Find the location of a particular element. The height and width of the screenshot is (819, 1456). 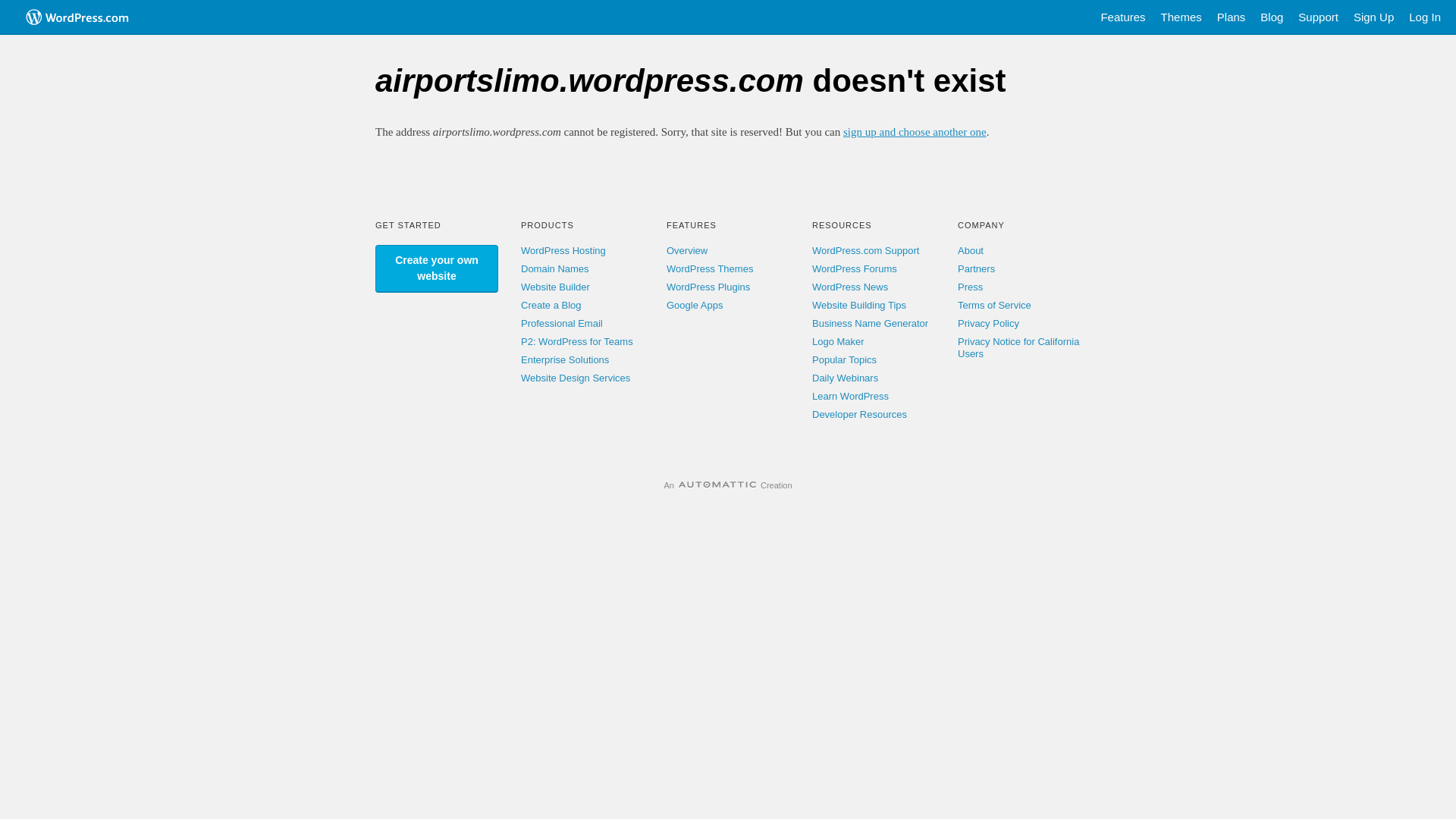

'Terms of Service' is located at coordinates (956, 305).